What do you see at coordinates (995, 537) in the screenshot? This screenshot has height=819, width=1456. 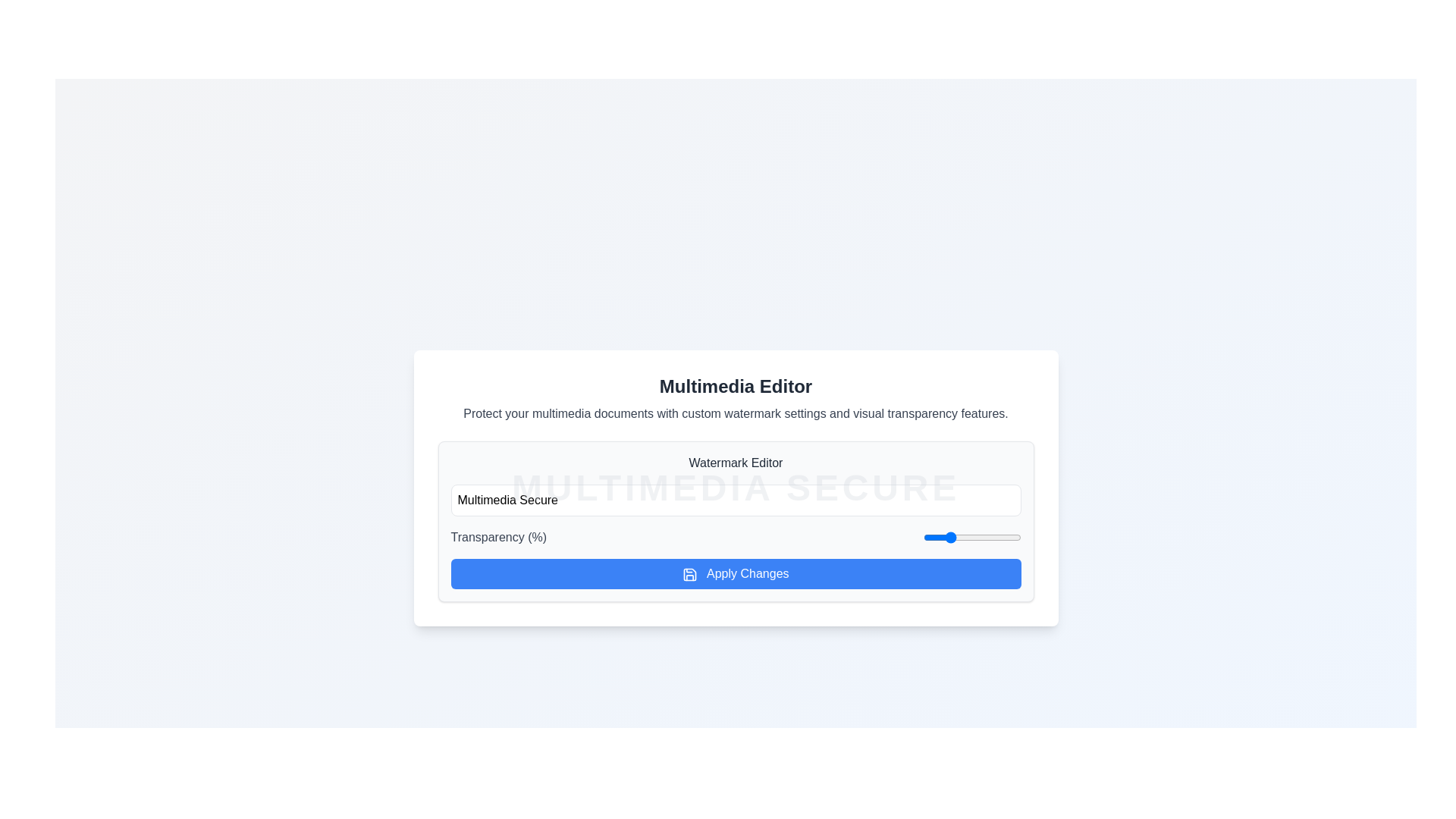 I see `the transparency slider` at bounding box center [995, 537].